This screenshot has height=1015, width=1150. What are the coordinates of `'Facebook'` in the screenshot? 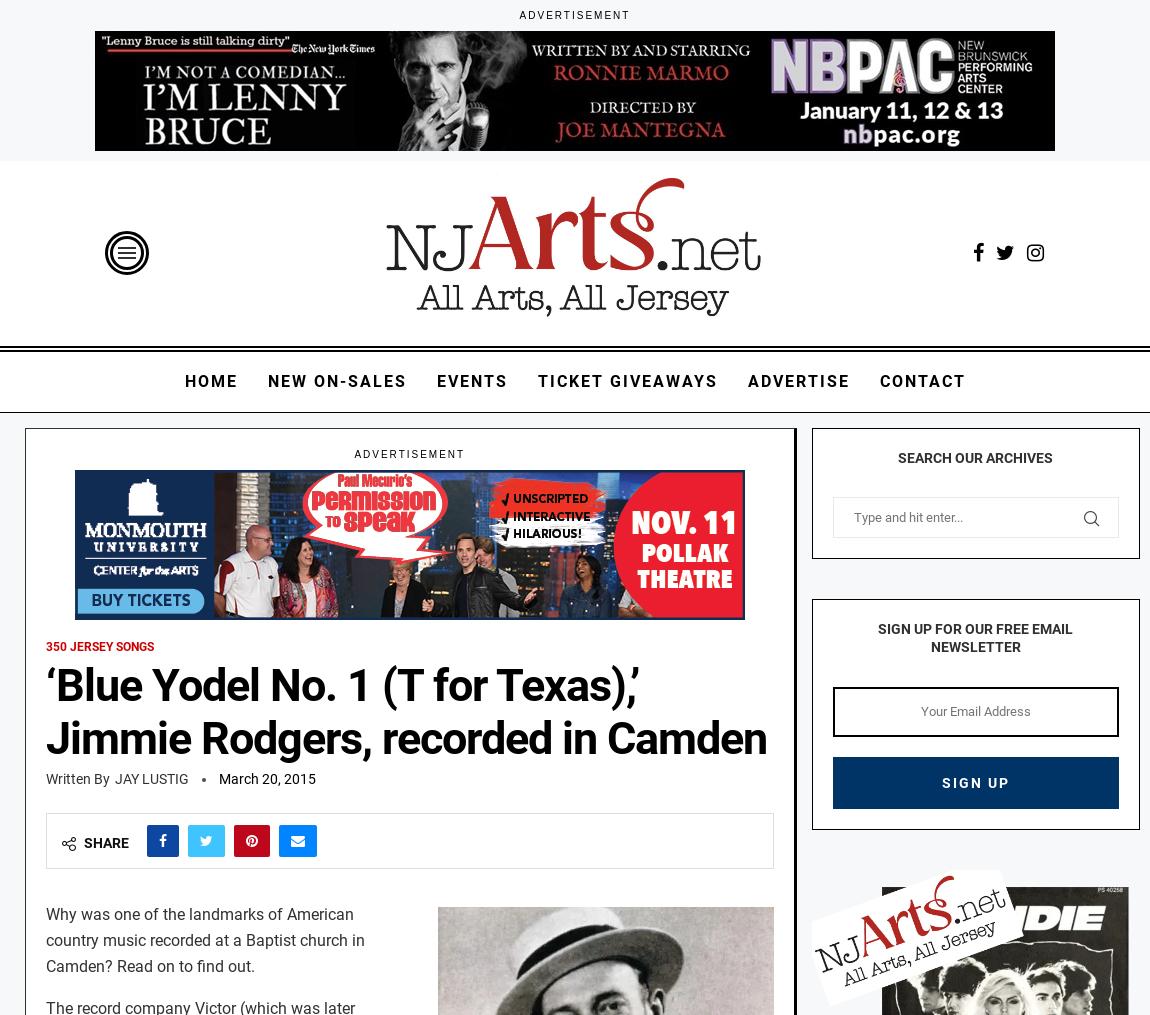 It's located at (161, 890).